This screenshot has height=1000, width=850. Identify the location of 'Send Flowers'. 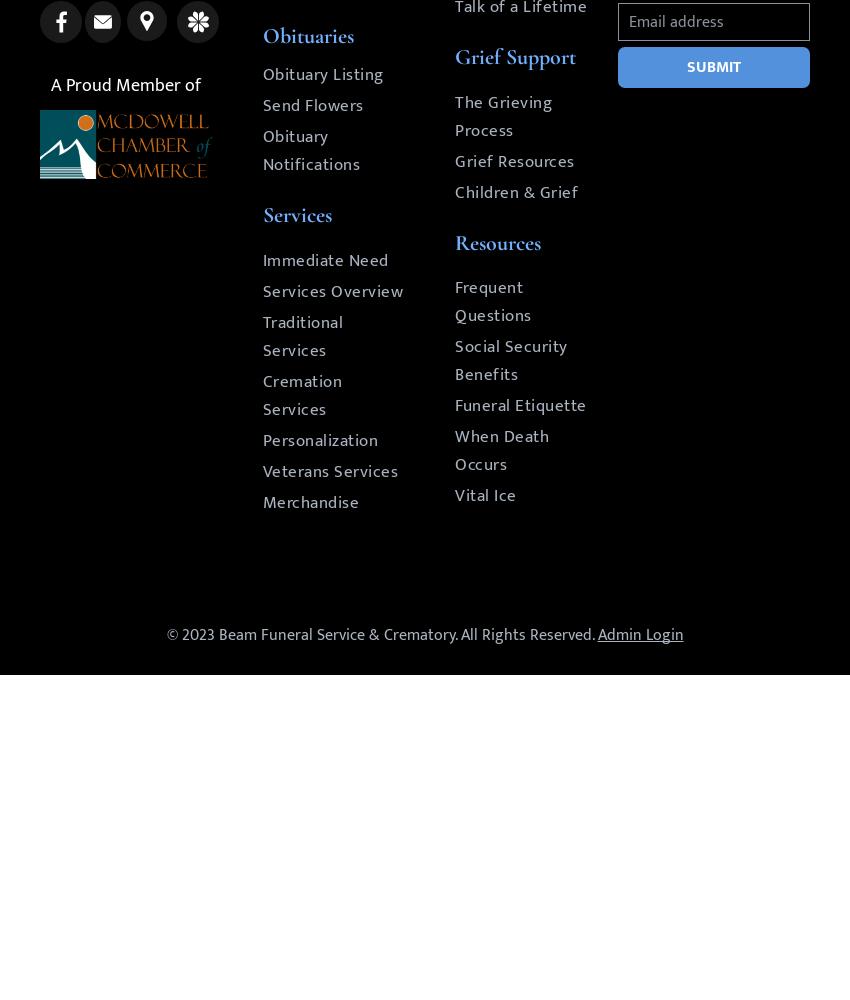
(312, 105).